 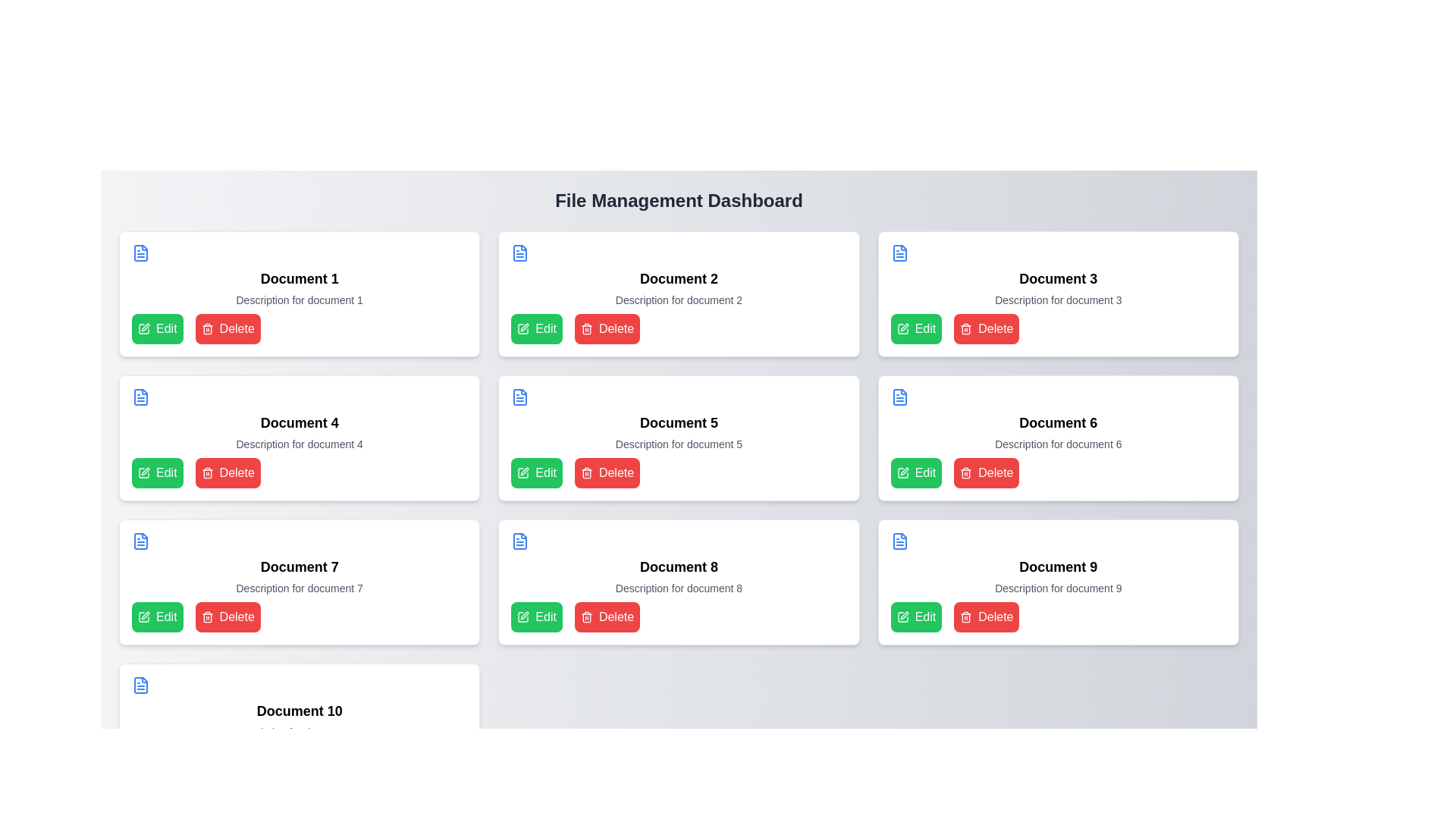 I want to click on text displayed in the non-interactive description element located directly below the 'Document 3' title in the top-right section of the grid interface, so click(x=1057, y=300).